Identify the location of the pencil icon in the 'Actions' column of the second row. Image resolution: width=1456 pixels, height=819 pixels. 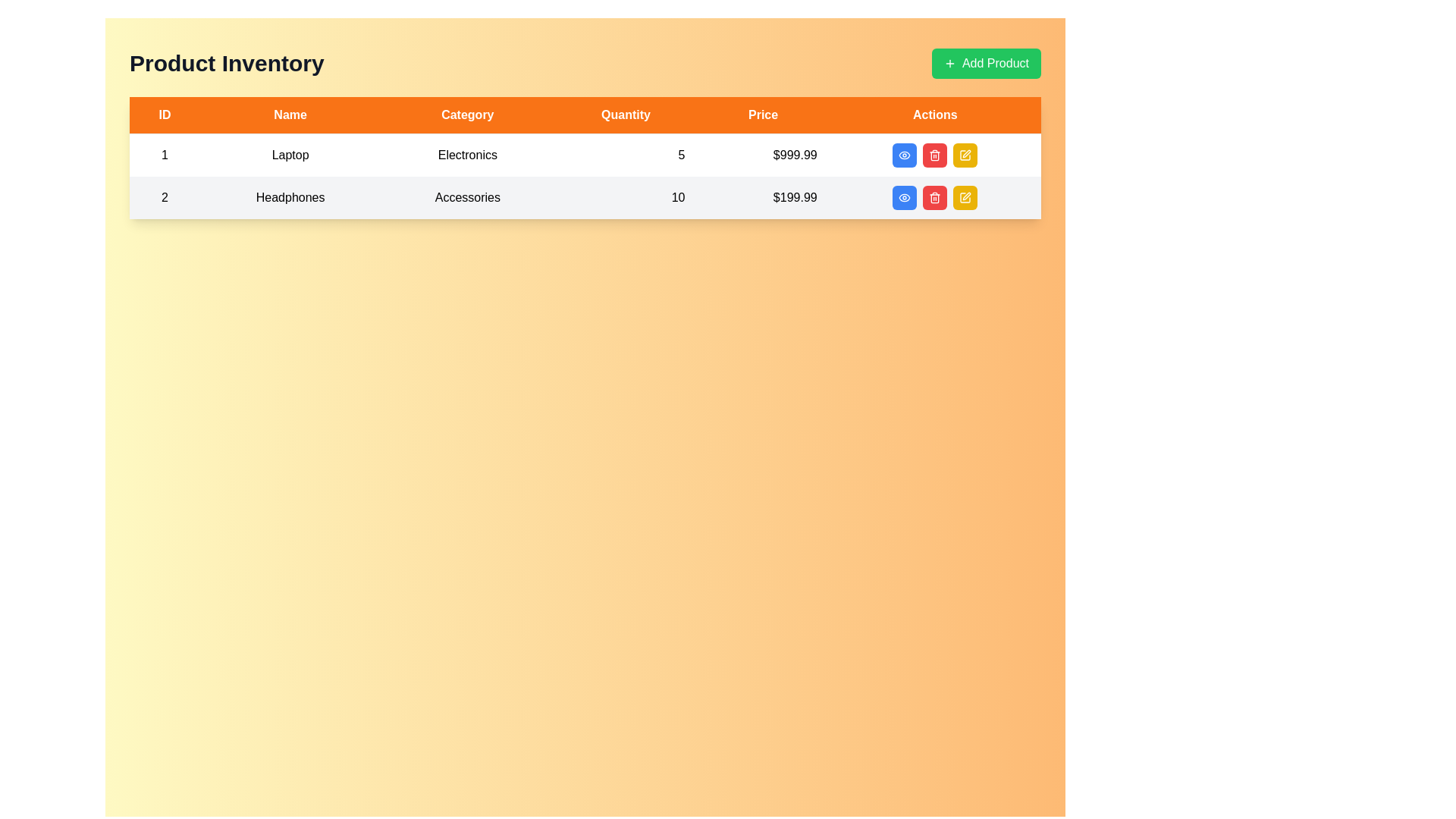
(966, 195).